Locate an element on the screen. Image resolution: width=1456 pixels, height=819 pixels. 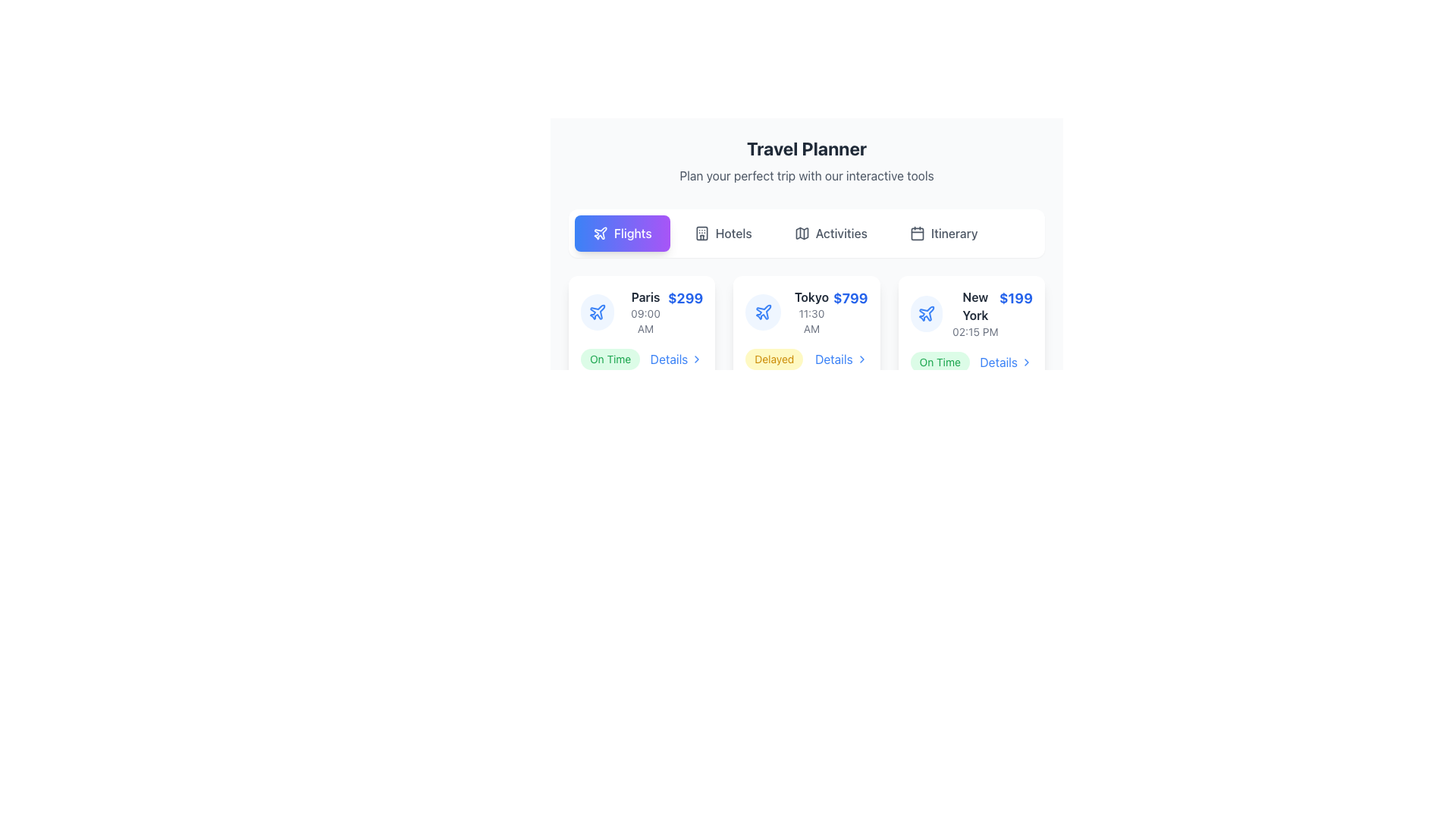
the small blue airplane icon in the 'Flights' section of the travel planning interface is located at coordinates (925, 312).